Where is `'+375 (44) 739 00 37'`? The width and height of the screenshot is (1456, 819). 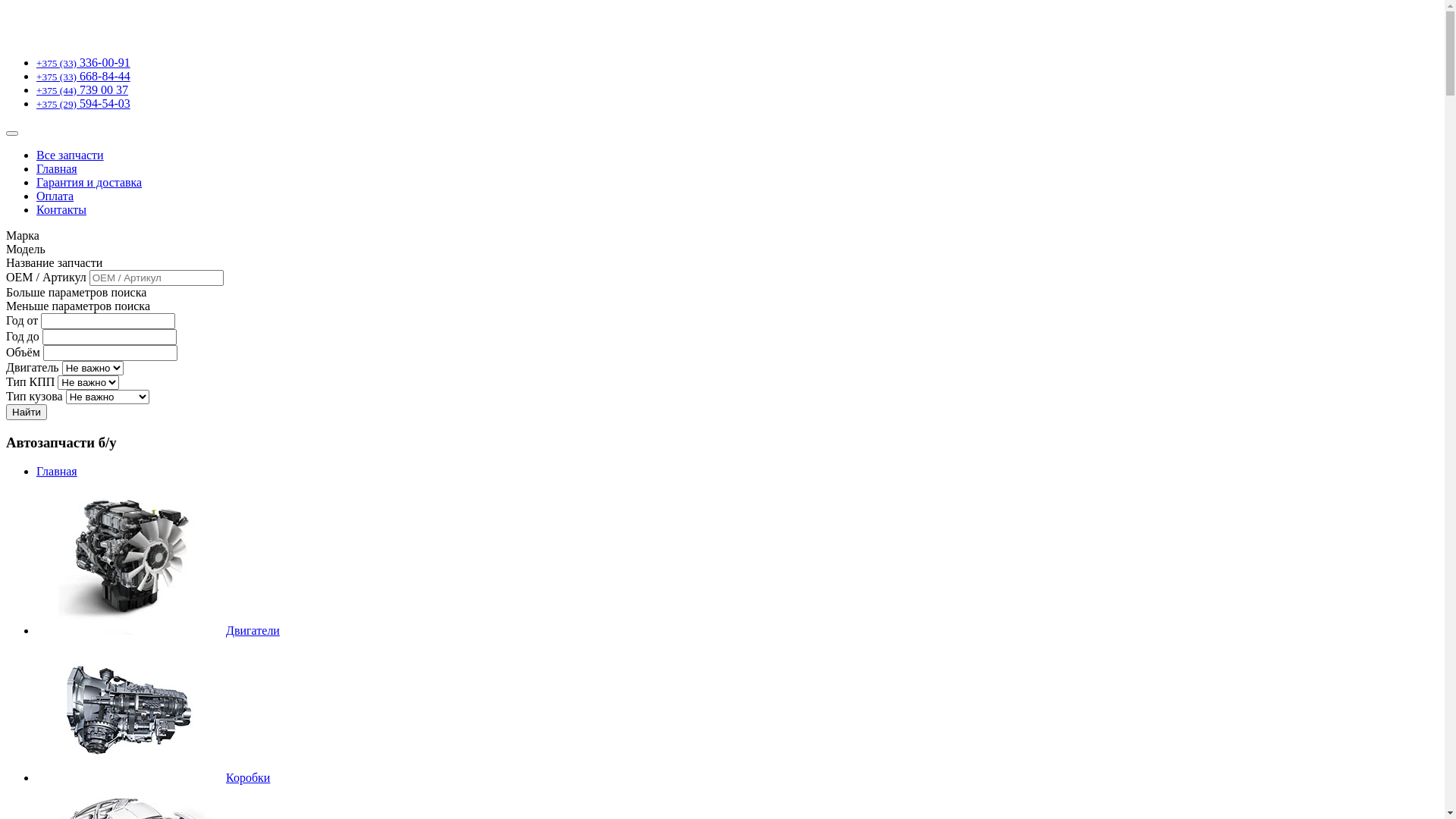 '+375 (44) 739 00 37' is located at coordinates (36, 89).